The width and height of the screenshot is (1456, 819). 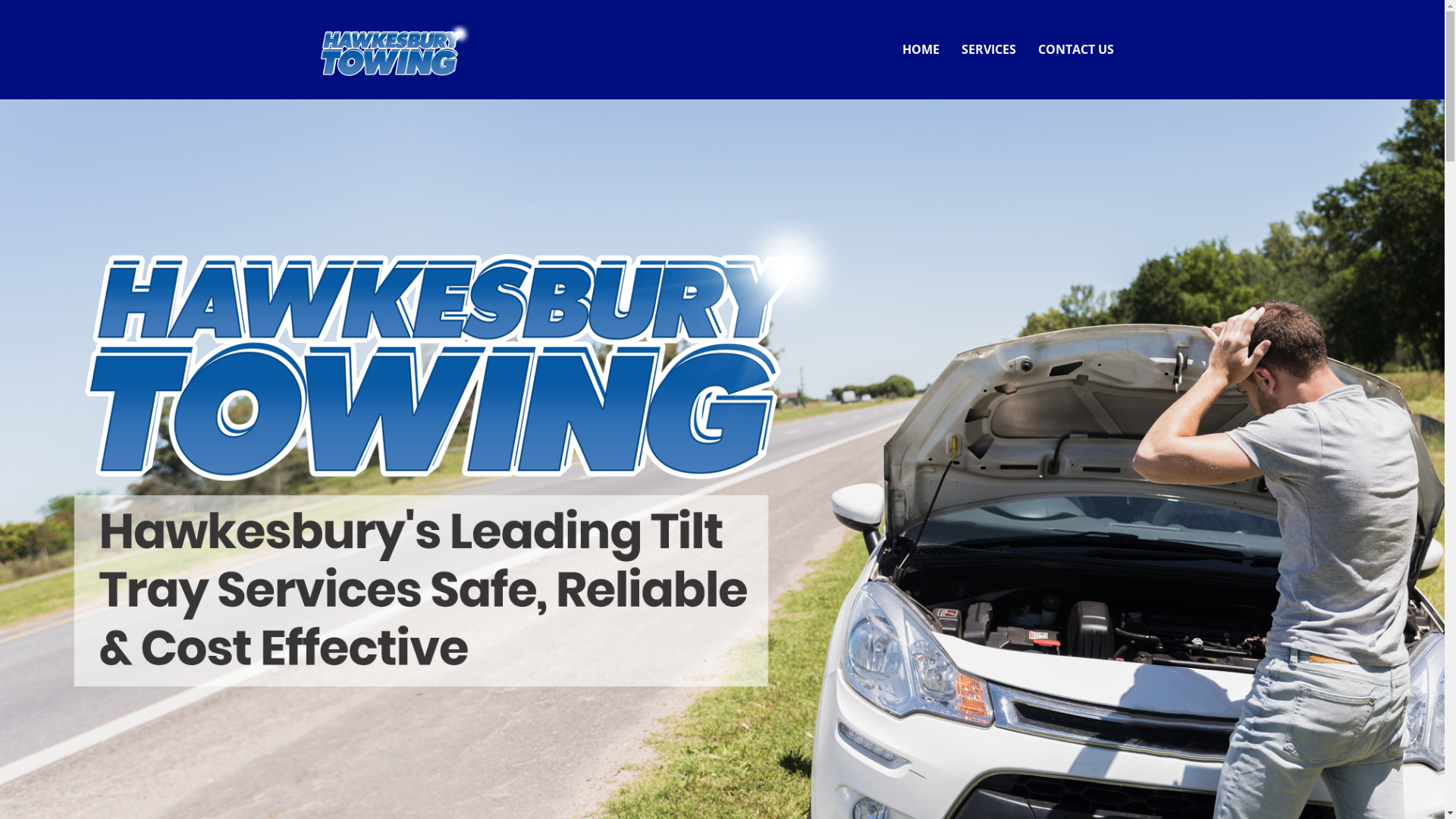 I want to click on 'logo', so click(x=319, y=49).